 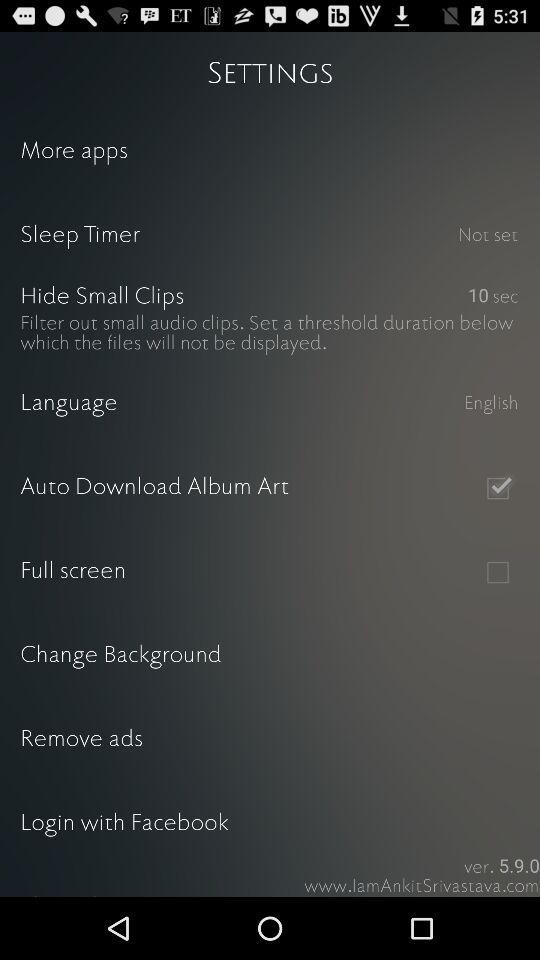 What do you see at coordinates (496, 572) in the screenshot?
I see `item next to the full screen icon` at bounding box center [496, 572].